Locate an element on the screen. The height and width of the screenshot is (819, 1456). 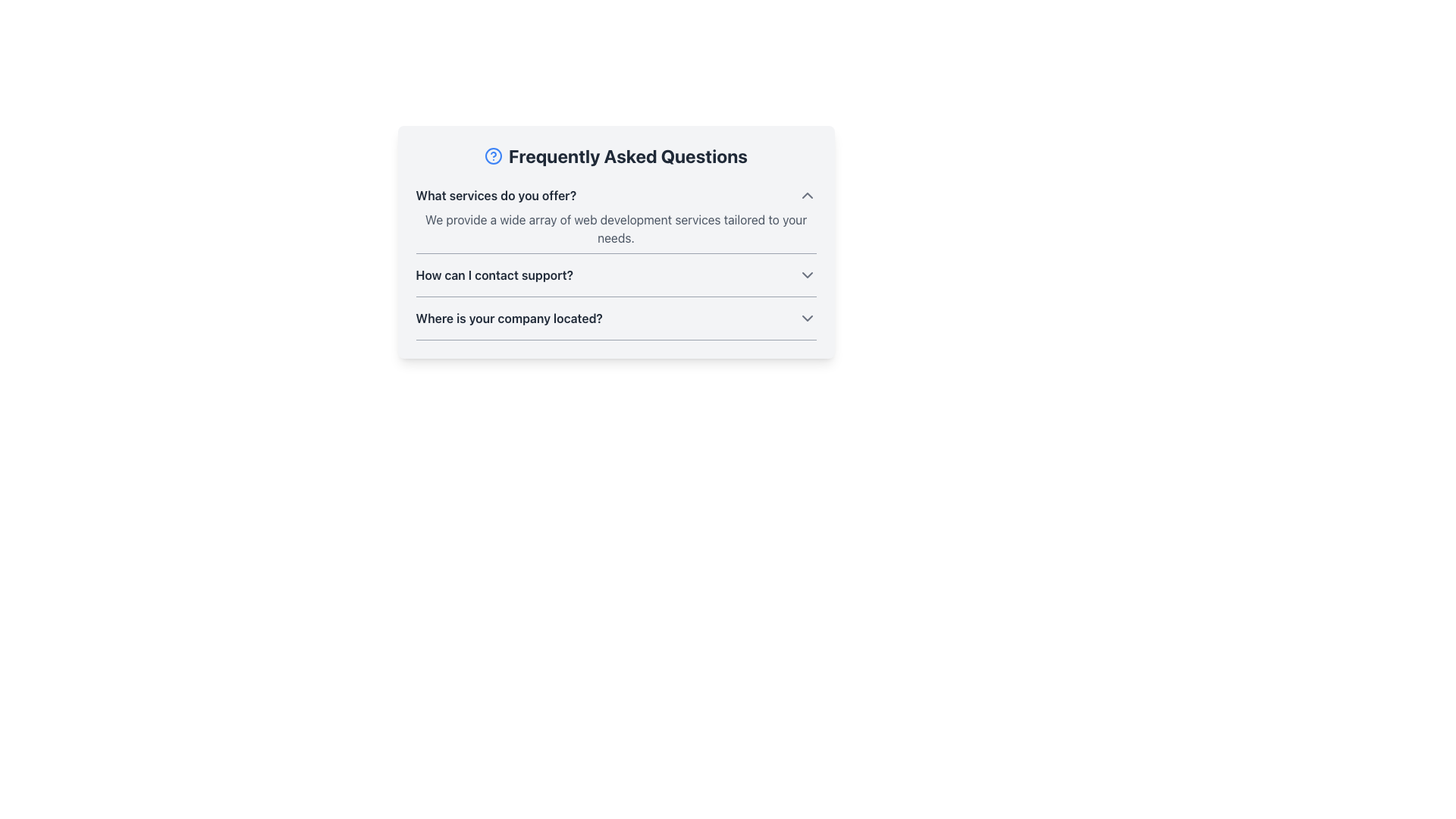
the text block that states 'We provide a wide array of web development services tailored to your needs.' which is styled in gray and located below the question 'What services do you offer?' in the FAQ section is located at coordinates (616, 228).